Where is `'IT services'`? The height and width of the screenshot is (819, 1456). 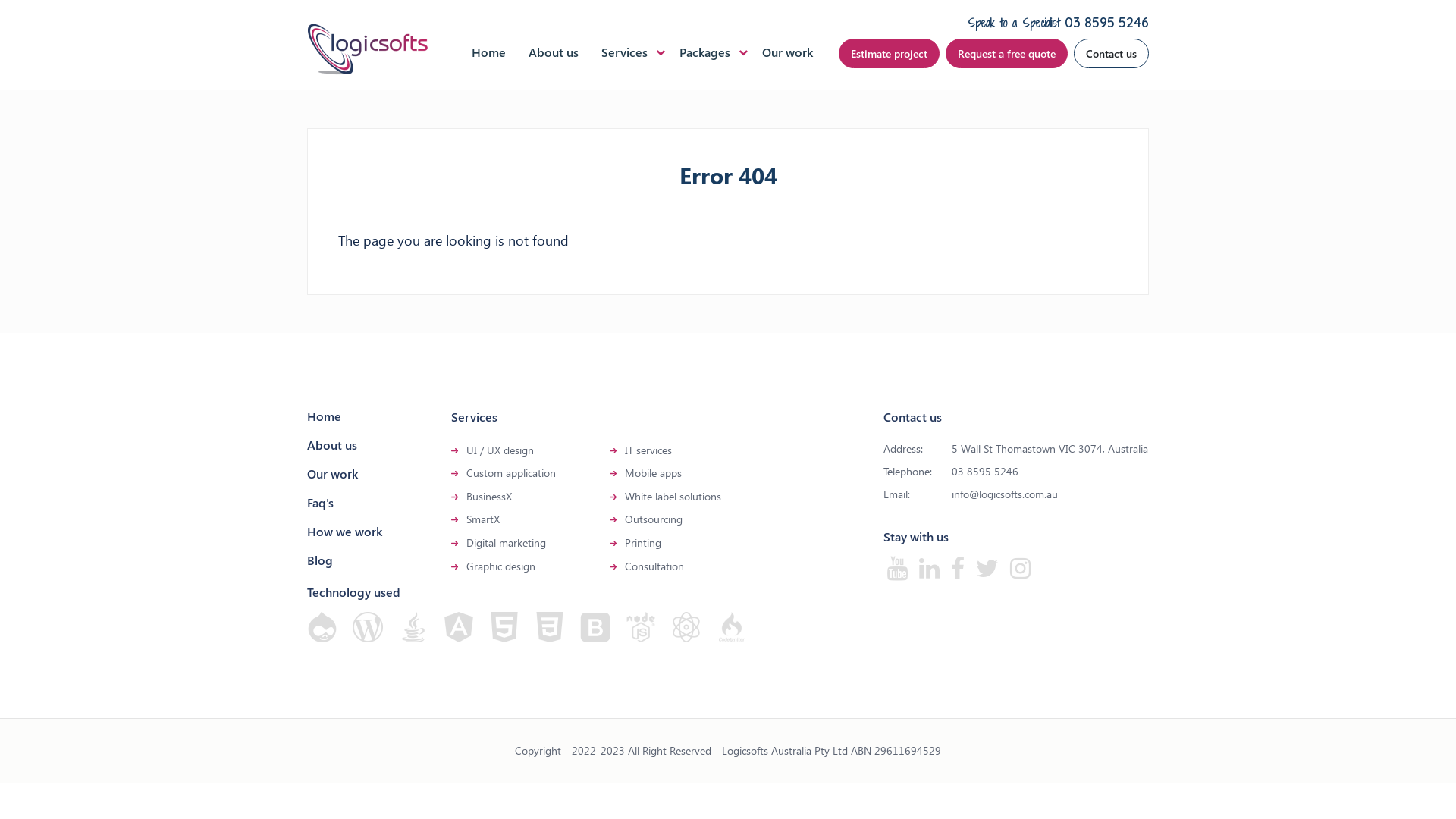
'IT services' is located at coordinates (648, 449).